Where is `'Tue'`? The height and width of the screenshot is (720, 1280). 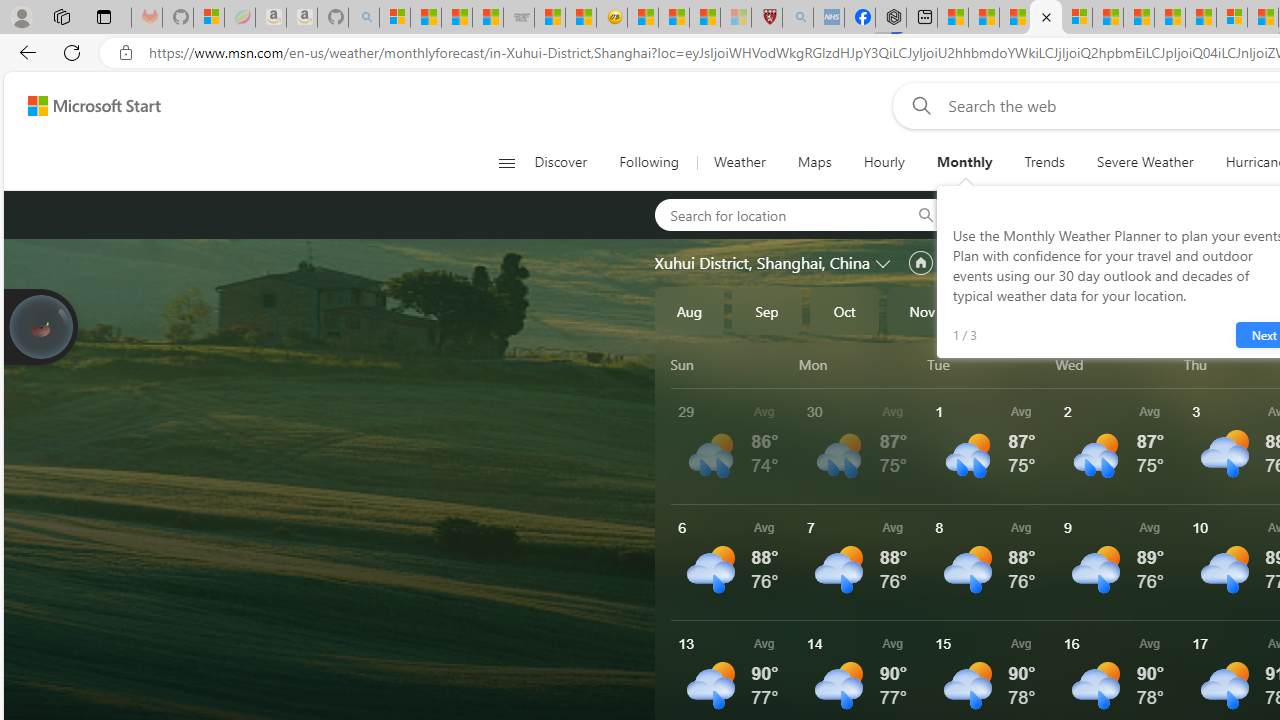
'Tue' is located at coordinates (988, 364).